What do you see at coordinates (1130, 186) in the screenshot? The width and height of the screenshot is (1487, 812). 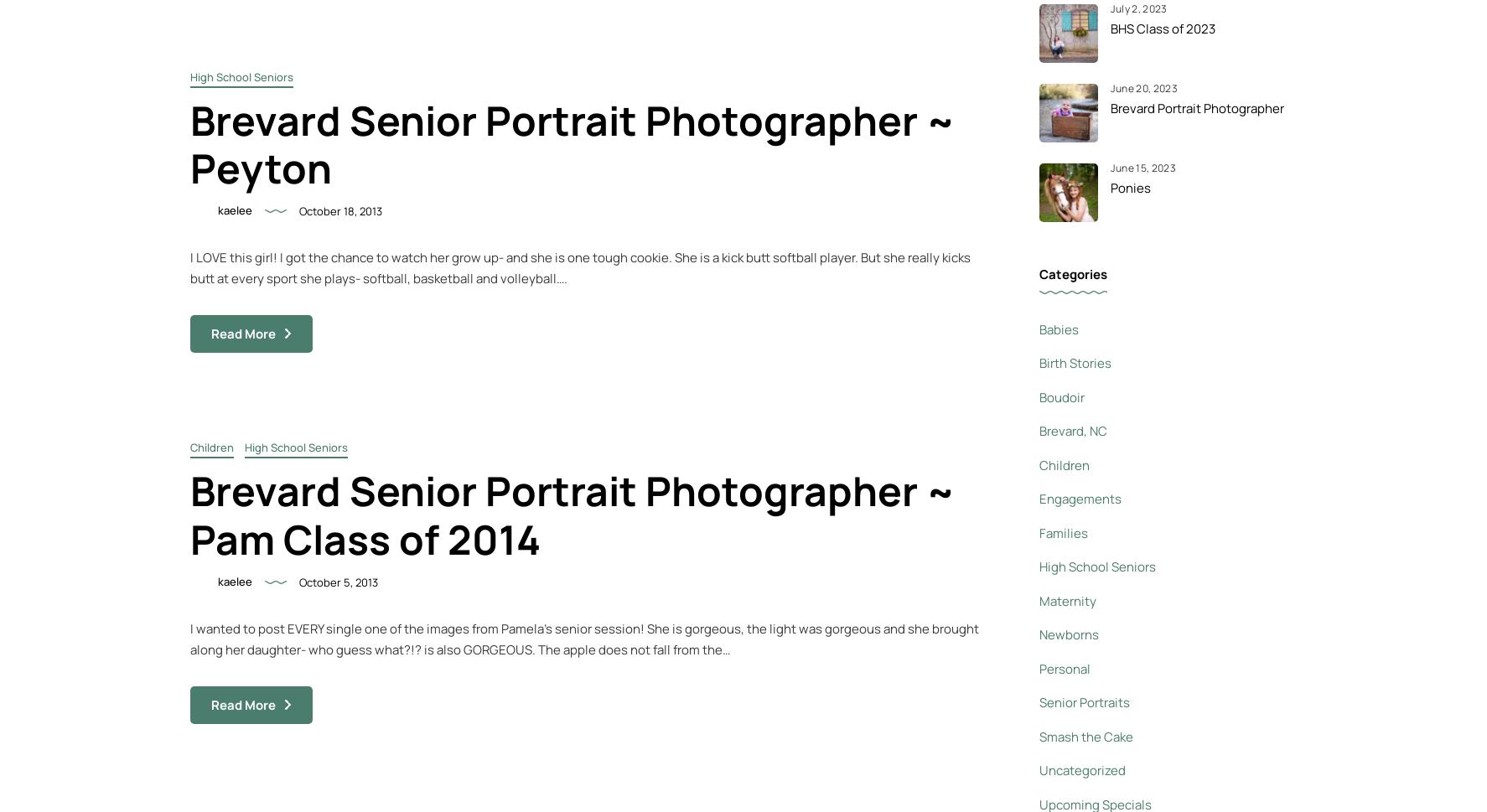 I see `'Ponies'` at bounding box center [1130, 186].